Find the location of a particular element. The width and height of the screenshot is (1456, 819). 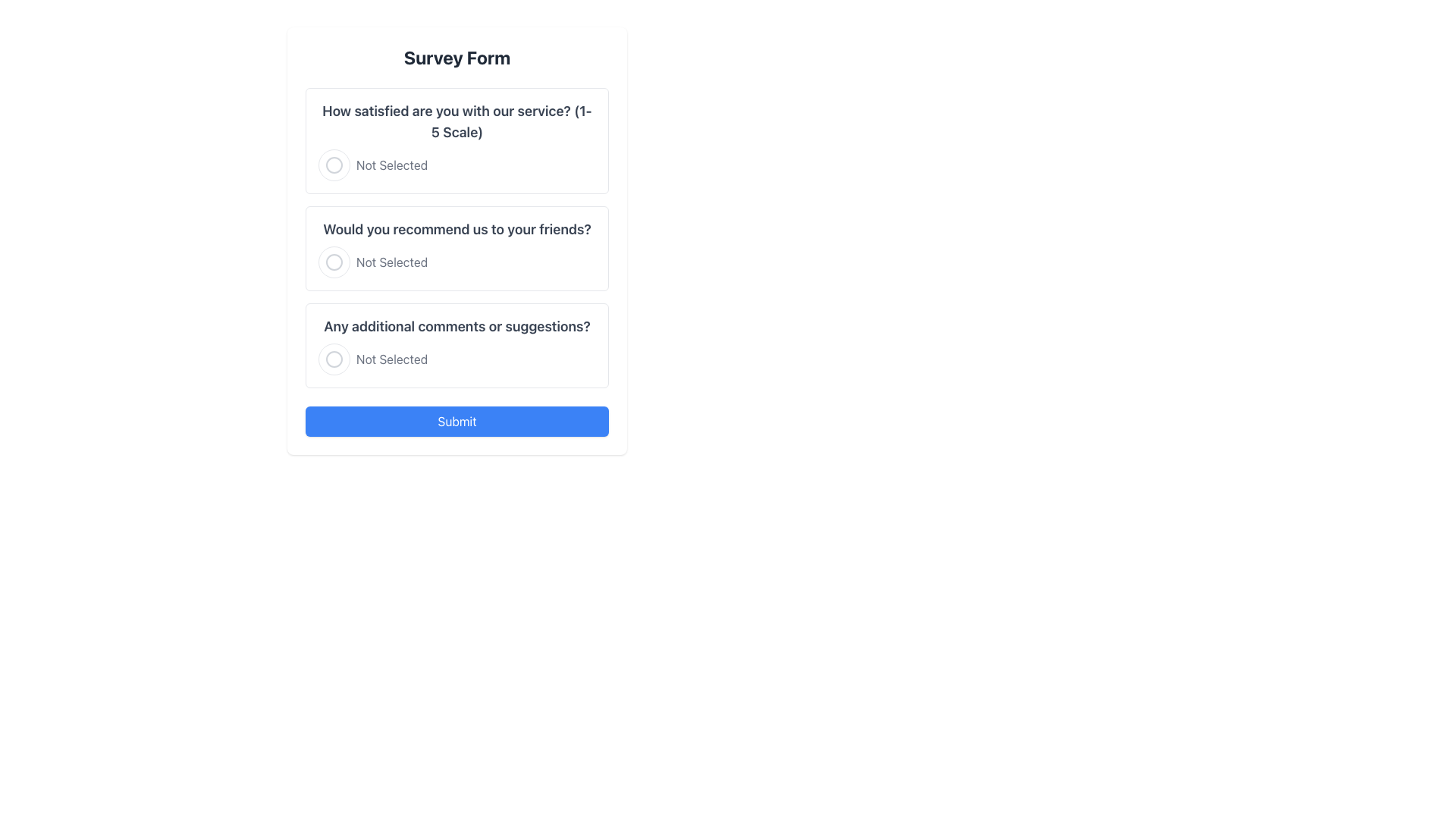

the static text label indicating the selection state for the question 'Would you recommend us to your friends?', currently displaying 'Not Selected' is located at coordinates (392, 262).